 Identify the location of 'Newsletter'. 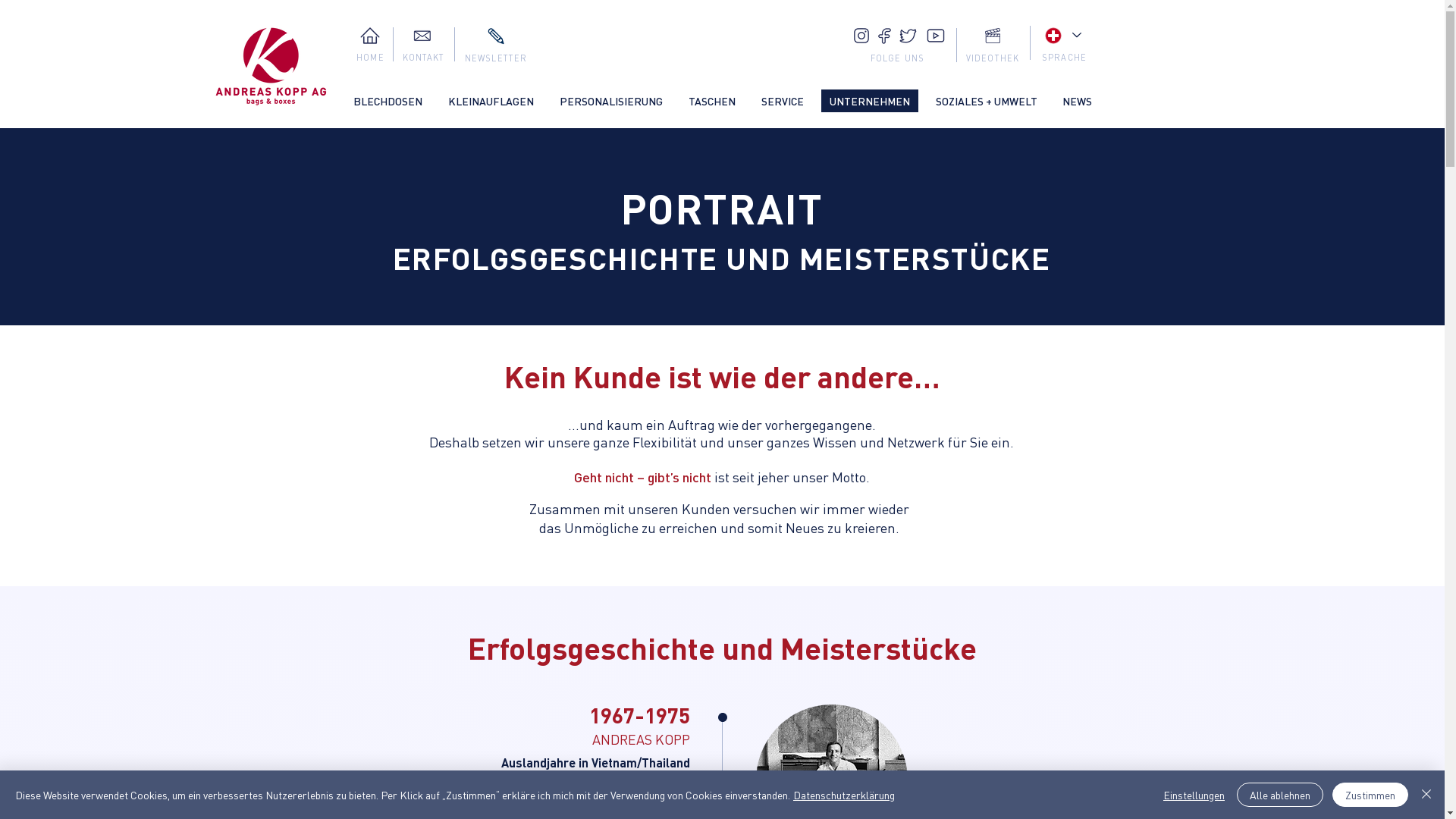
(494, 35).